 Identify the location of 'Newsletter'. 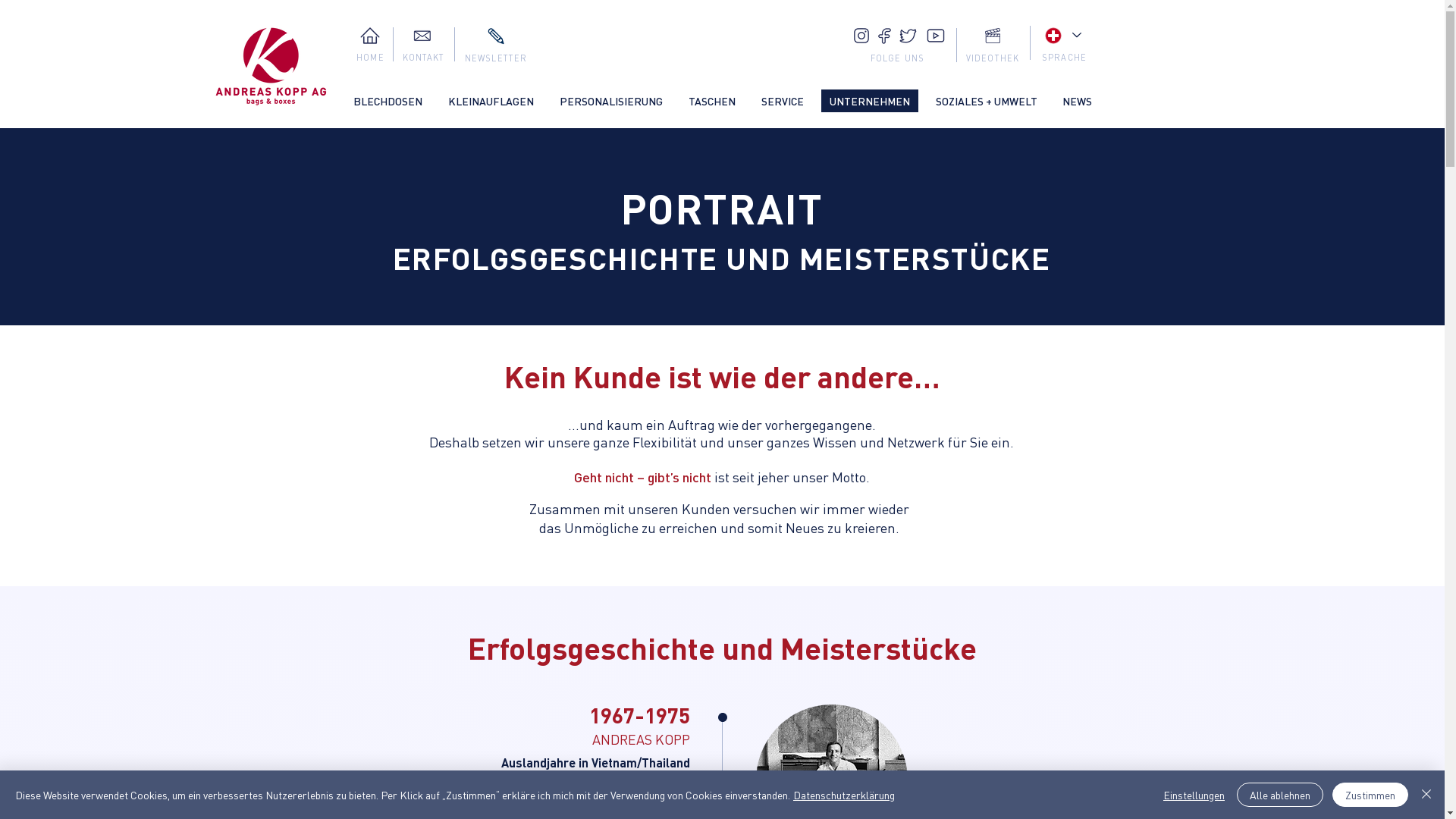
(494, 35).